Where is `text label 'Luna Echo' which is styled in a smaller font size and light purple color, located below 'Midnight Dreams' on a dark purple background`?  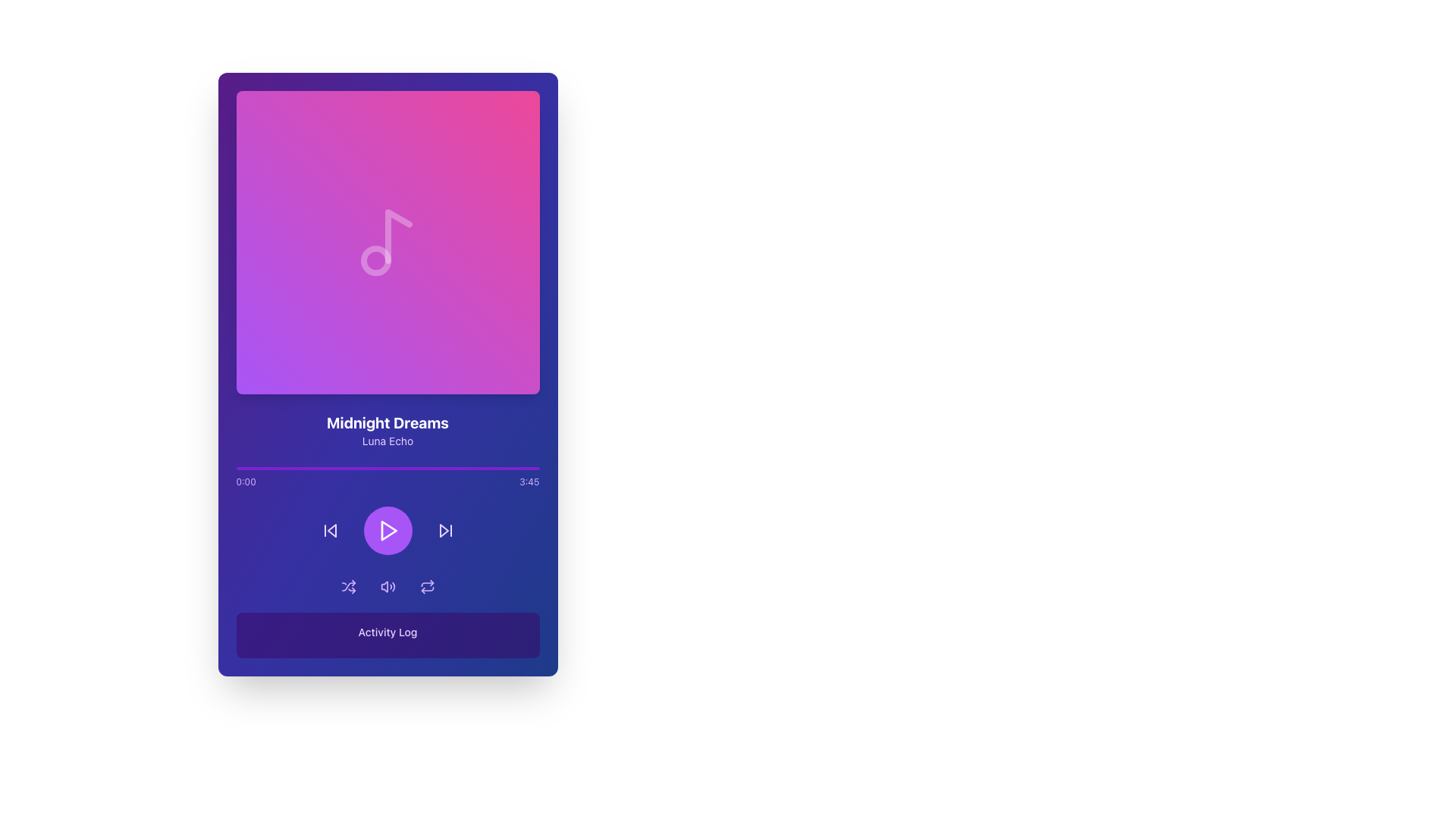 text label 'Luna Echo' which is styled in a smaller font size and light purple color, located below 'Midnight Dreams' on a dark purple background is located at coordinates (388, 441).